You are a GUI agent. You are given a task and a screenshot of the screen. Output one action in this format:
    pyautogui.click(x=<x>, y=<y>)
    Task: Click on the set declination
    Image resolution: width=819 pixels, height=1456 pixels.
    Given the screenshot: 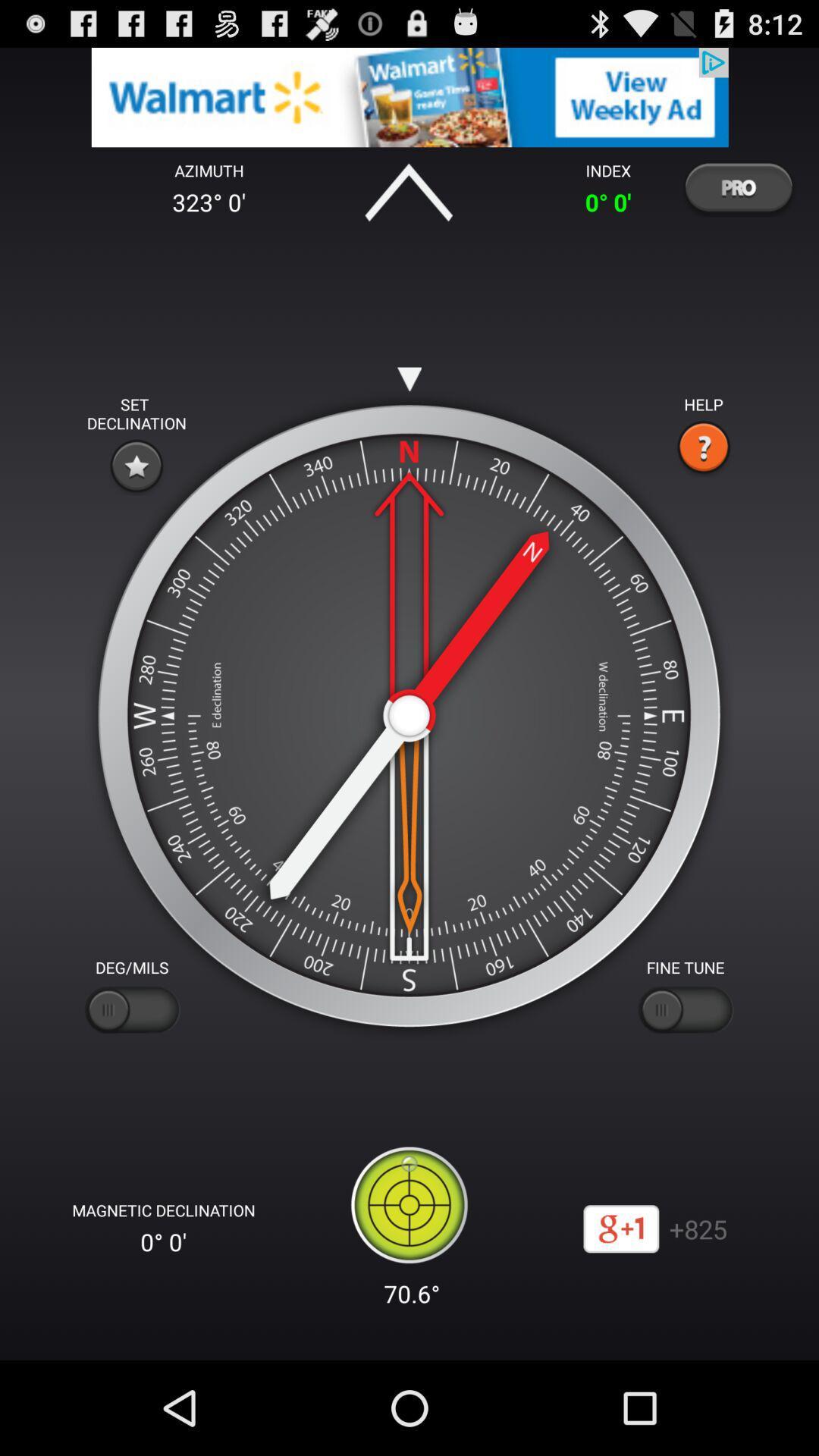 What is the action you would take?
    pyautogui.click(x=136, y=465)
    